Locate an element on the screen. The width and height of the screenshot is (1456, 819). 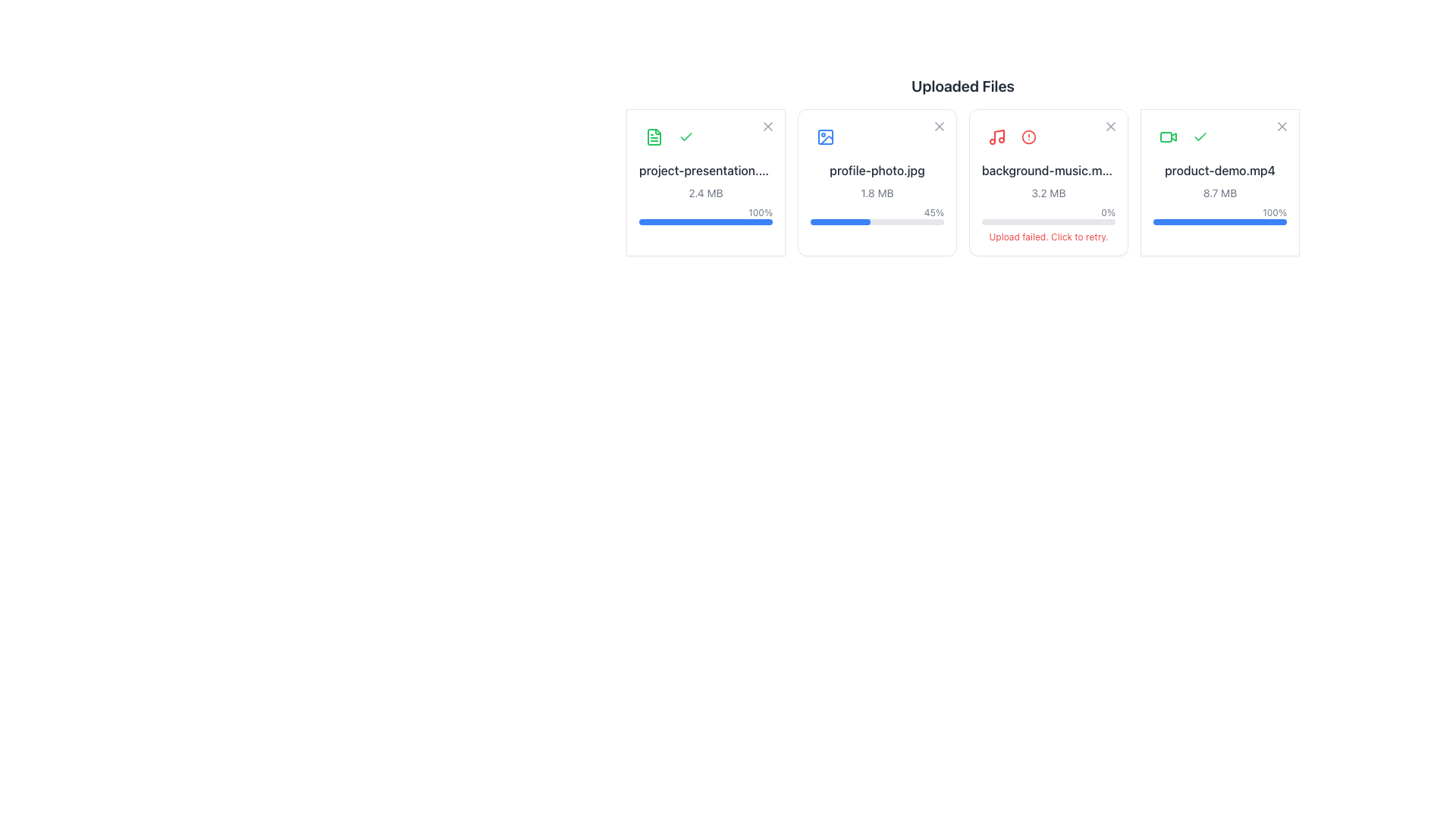
the close button located at the top-right corner of the file preview card displaying 'background-music.mp3' is located at coordinates (1110, 127).